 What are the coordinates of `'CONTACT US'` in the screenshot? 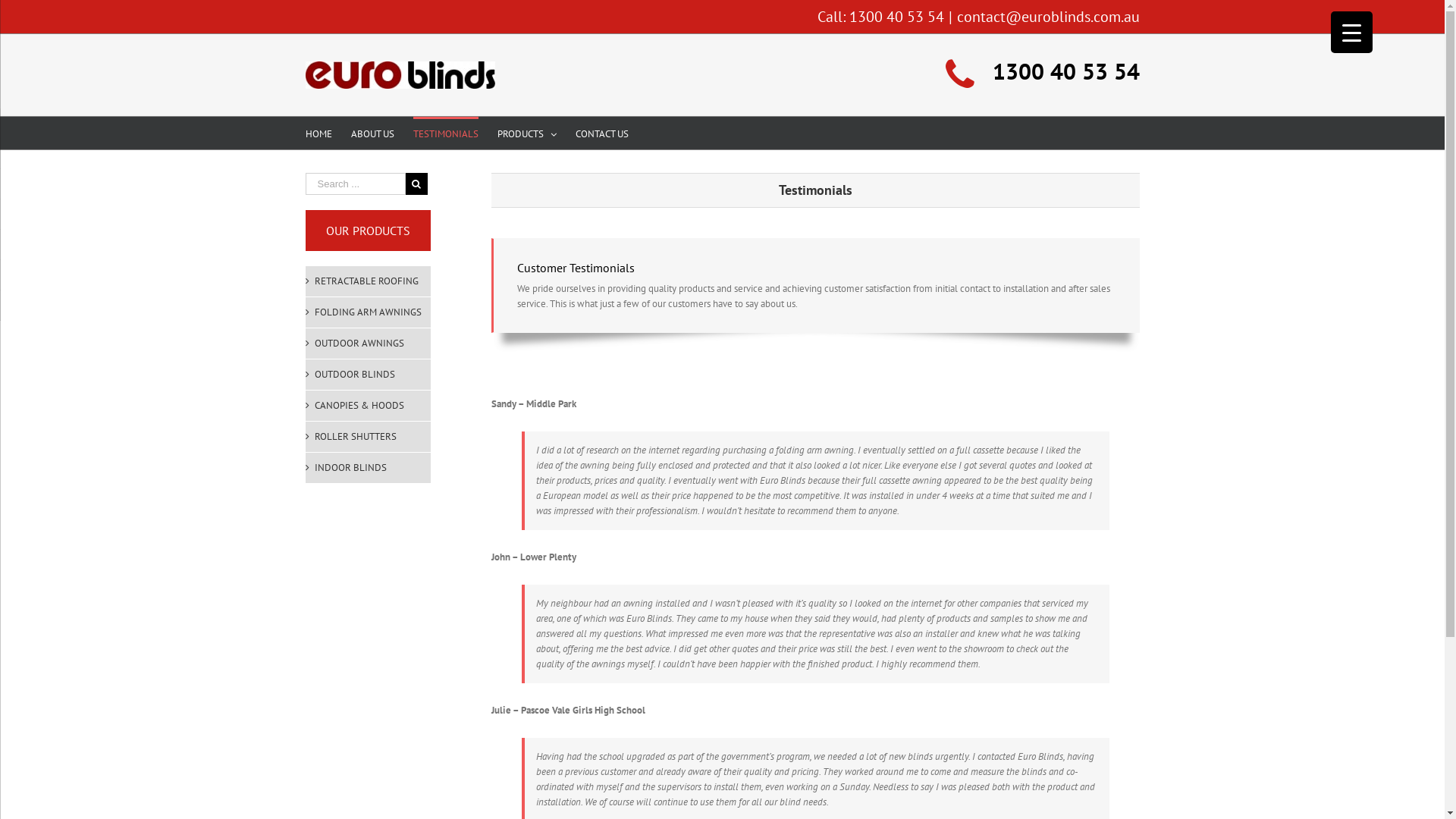 It's located at (574, 132).